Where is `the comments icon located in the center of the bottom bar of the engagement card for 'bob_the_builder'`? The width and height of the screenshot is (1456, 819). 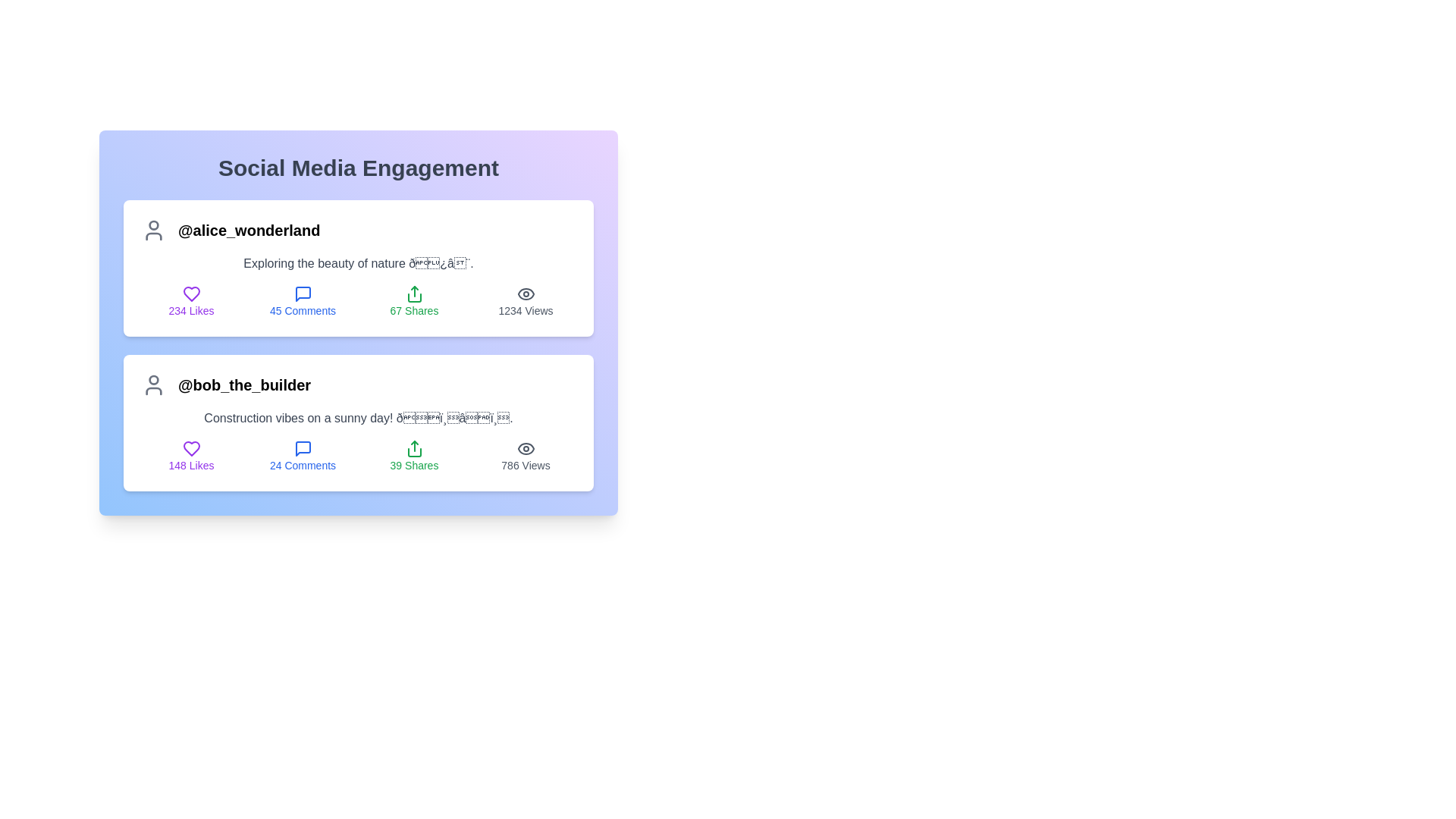
the comments icon located in the center of the bottom bar of the engagement card for 'bob_the_builder' is located at coordinates (303, 447).